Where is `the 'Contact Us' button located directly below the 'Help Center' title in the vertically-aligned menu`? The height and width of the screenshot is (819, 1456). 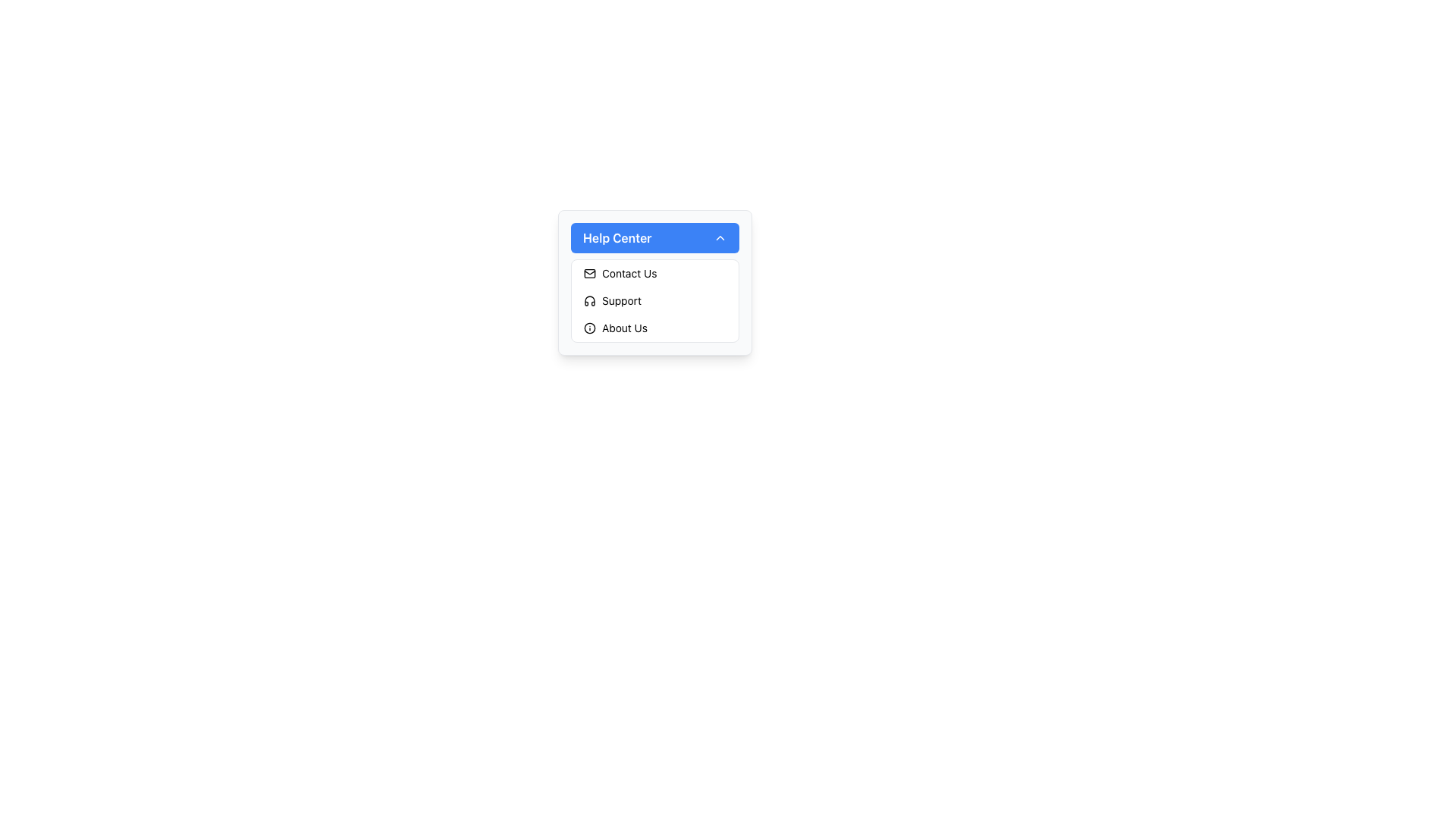 the 'Contact Us' button located directly below the 'Help Center' title in the vertically-aligned menu is located at coordinates (655, 274).